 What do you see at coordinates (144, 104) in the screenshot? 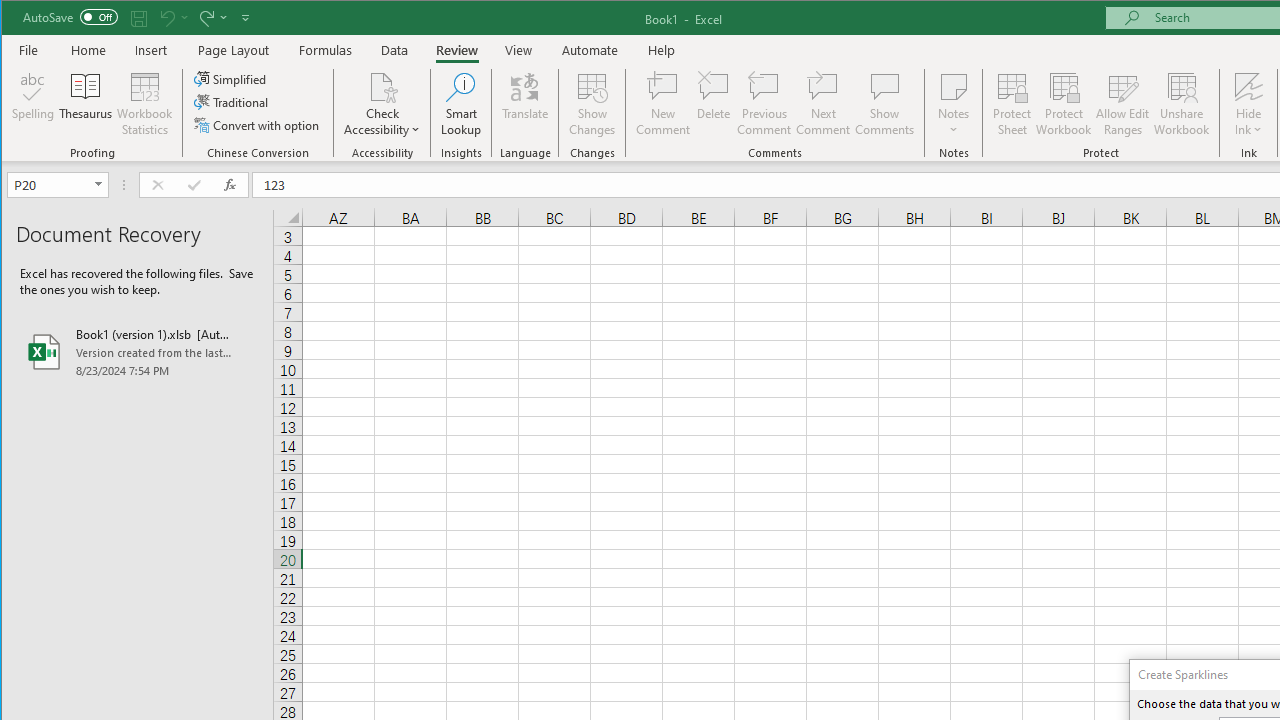
I see `'Workbook Statistics'` at bounding box center [144, 104].